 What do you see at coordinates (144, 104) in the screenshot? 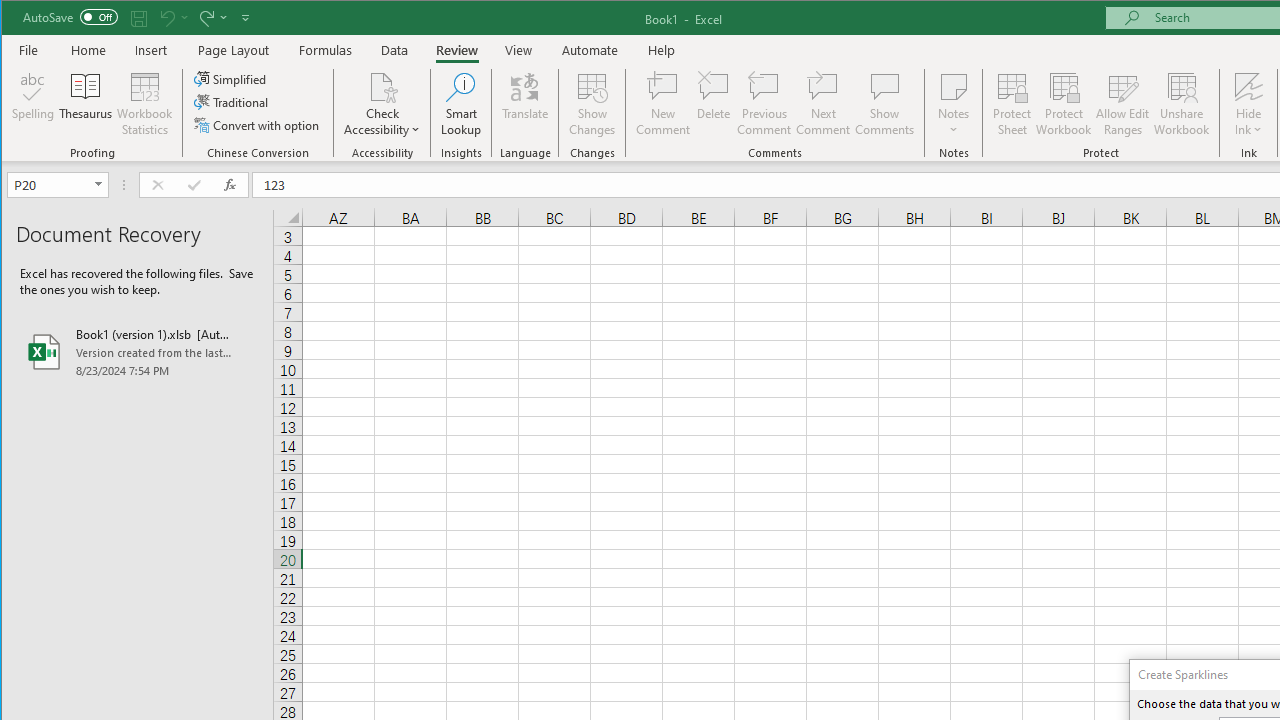
I see `'Workbook Statistics'` at bounding box center [144, 104].